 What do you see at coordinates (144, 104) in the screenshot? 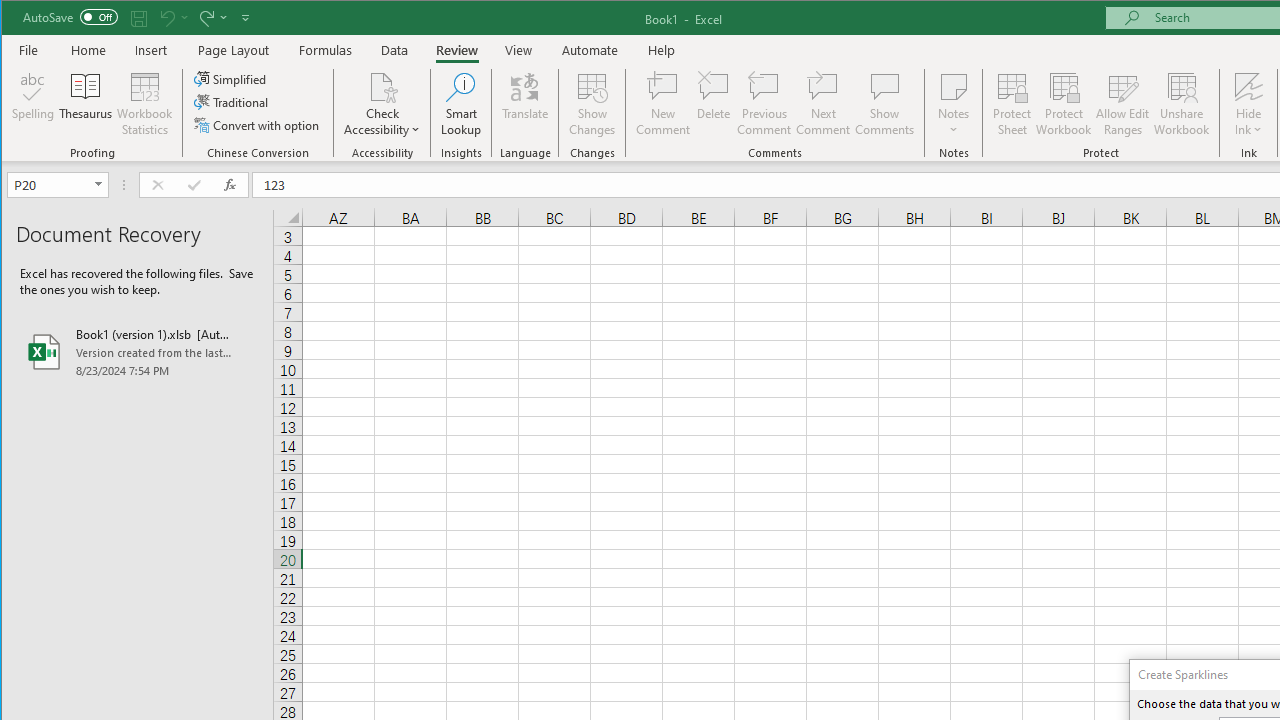
I see `'Workbook Statistics'` at bounding box center [144, 104].